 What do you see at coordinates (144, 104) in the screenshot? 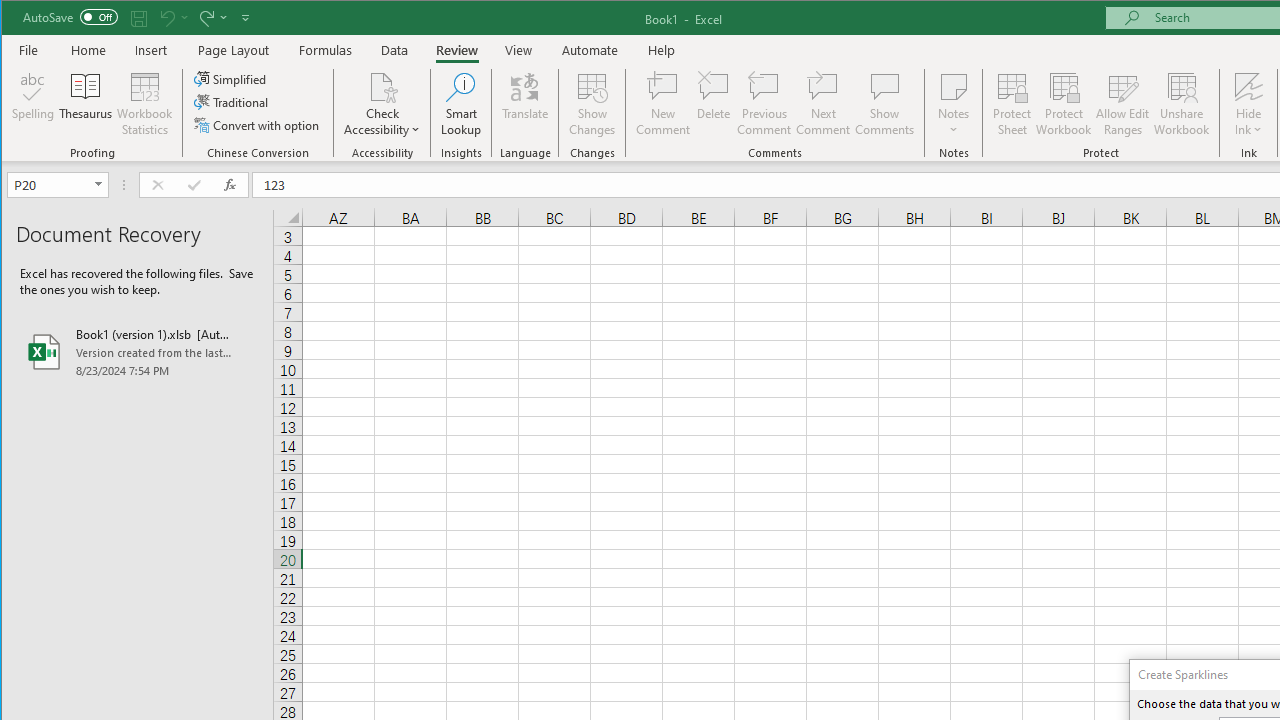
I see `'Workbook Statistics'` at bounding box center [144, 104].